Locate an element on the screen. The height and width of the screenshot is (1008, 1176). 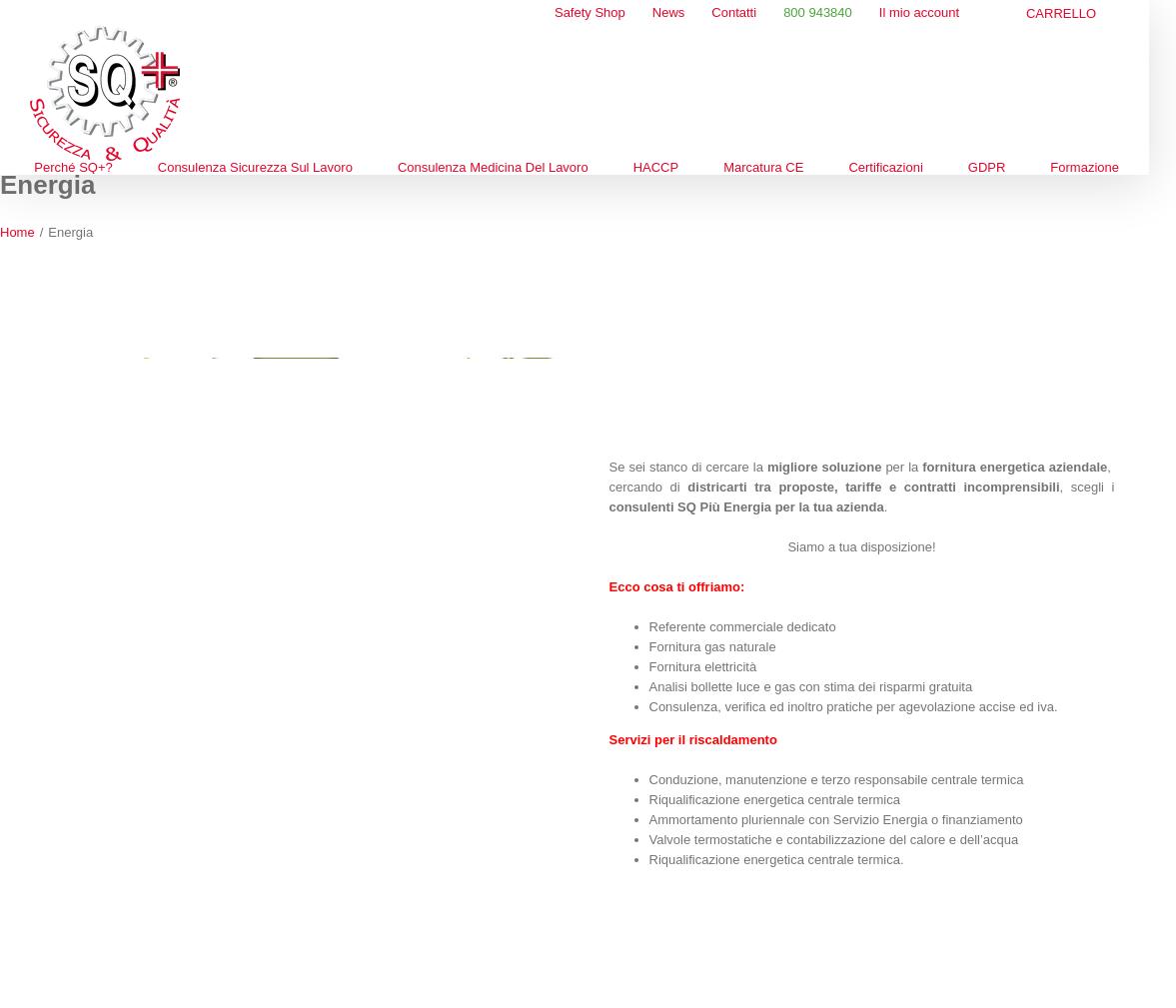
'Certificazione ISO 27001' is located at coordinates (907, 374).